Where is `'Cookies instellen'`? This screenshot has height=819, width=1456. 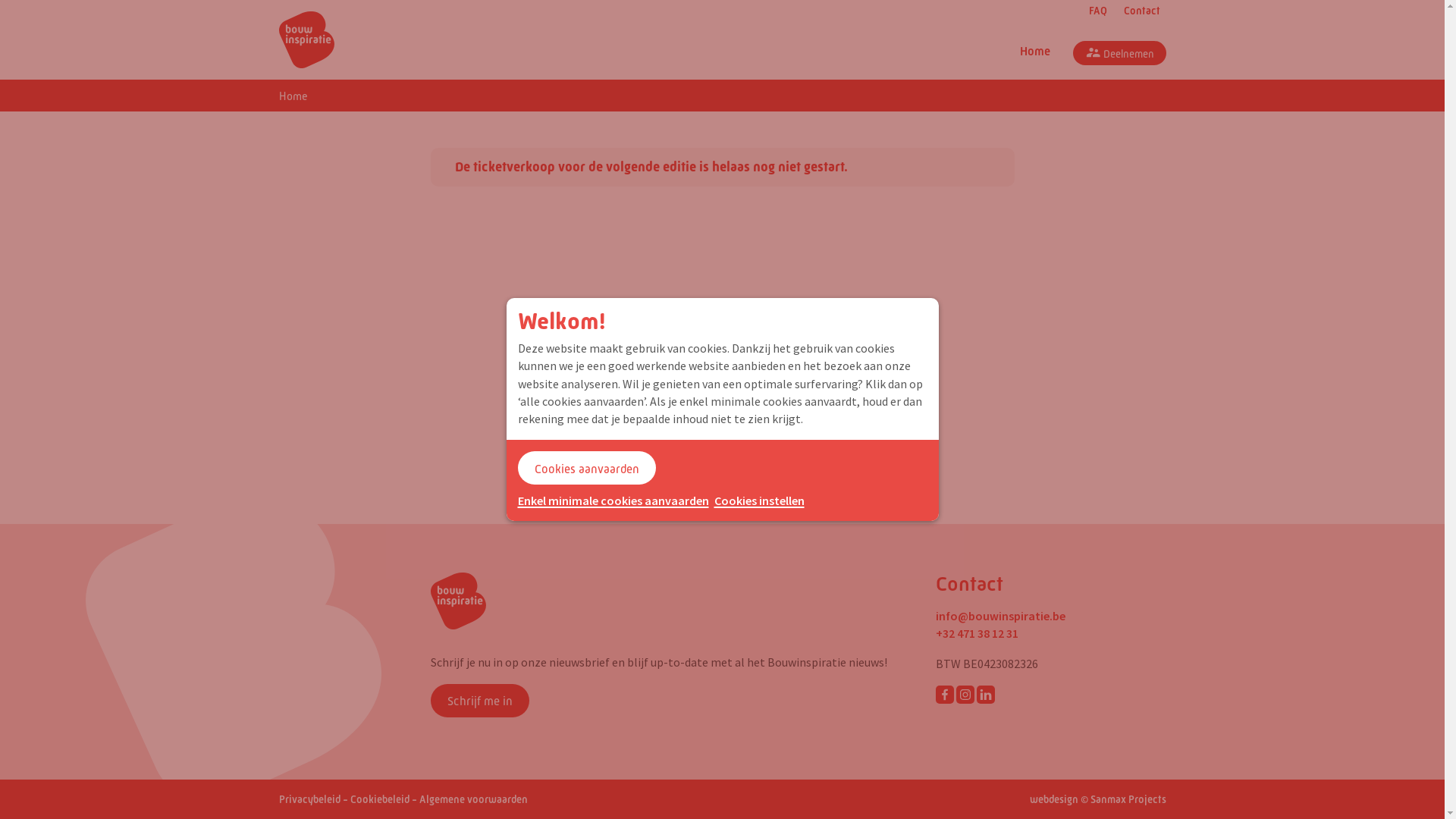
'Cookies instellen' is located at coordinates (759, 500).